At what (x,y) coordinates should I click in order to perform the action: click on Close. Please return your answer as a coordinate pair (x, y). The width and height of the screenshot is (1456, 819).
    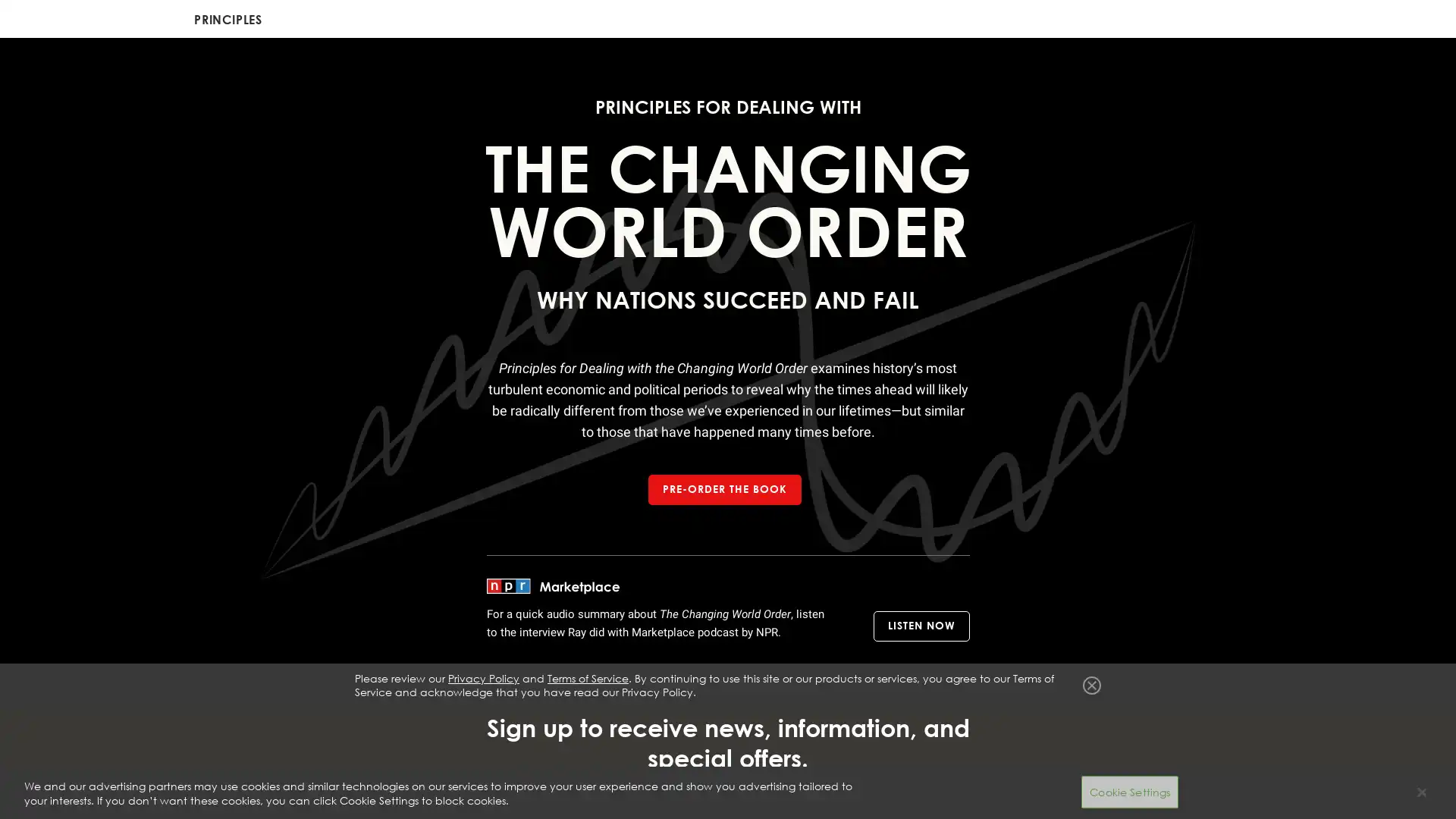
    Looking at the image, I should click on (1092, 745).